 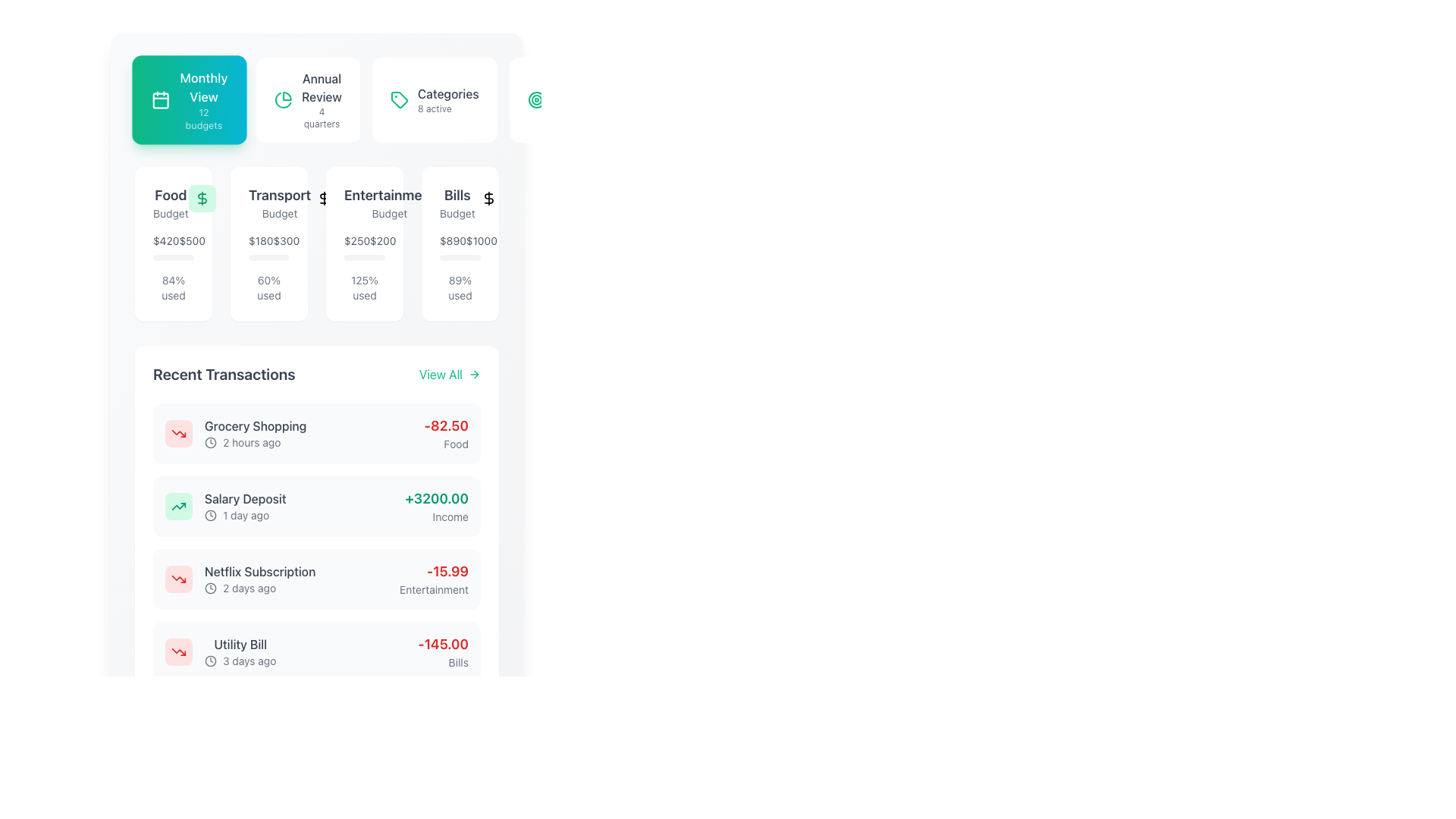 What do you see at coordinates (191, 240) in the screenshot?
I see `the static text element displaying the monetary value in the 'Food' budget card, located to the right of the text '$420'` at bounding box center [191, 240].